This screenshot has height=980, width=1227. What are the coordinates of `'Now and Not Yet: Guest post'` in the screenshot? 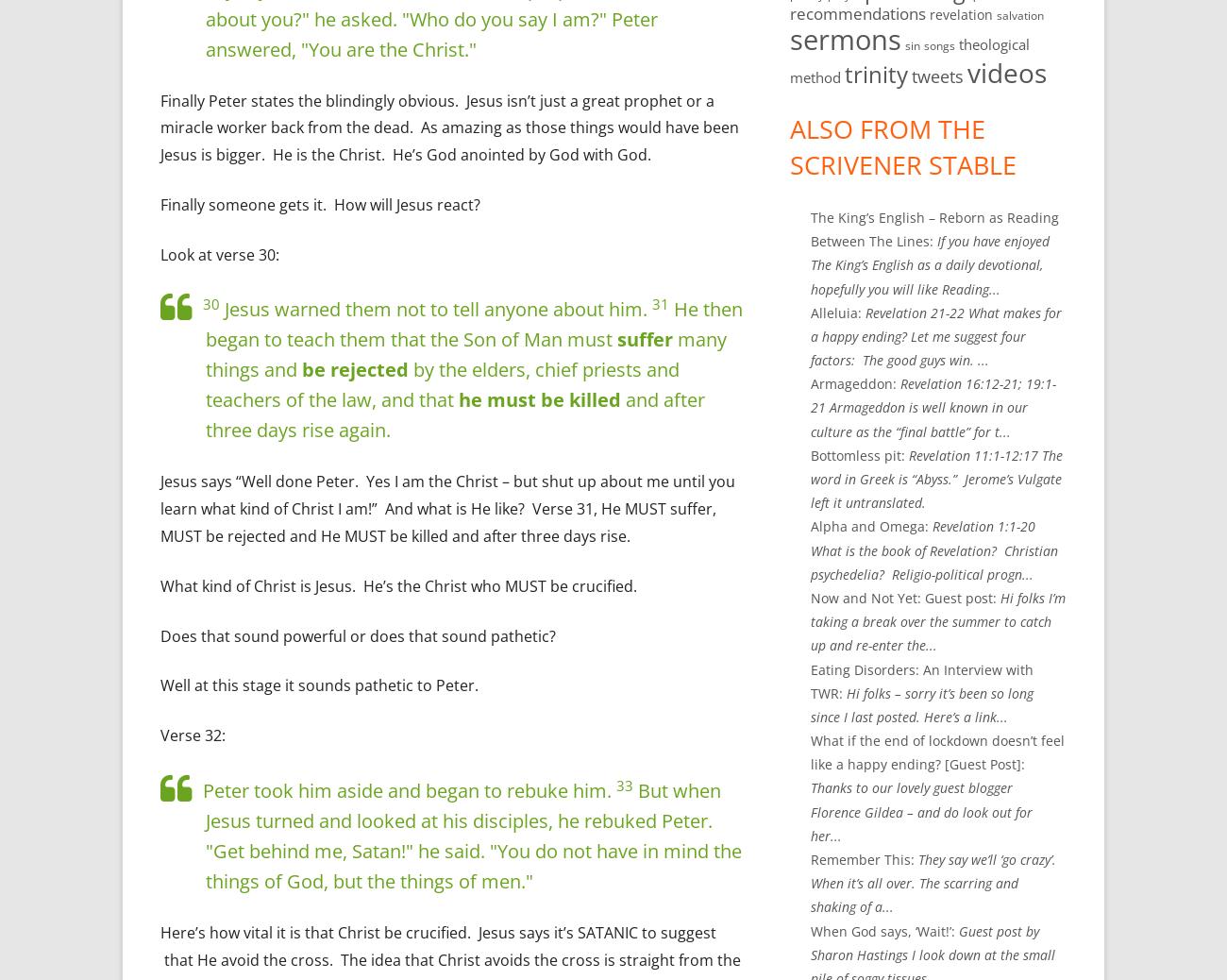 It's located at (901, 596).